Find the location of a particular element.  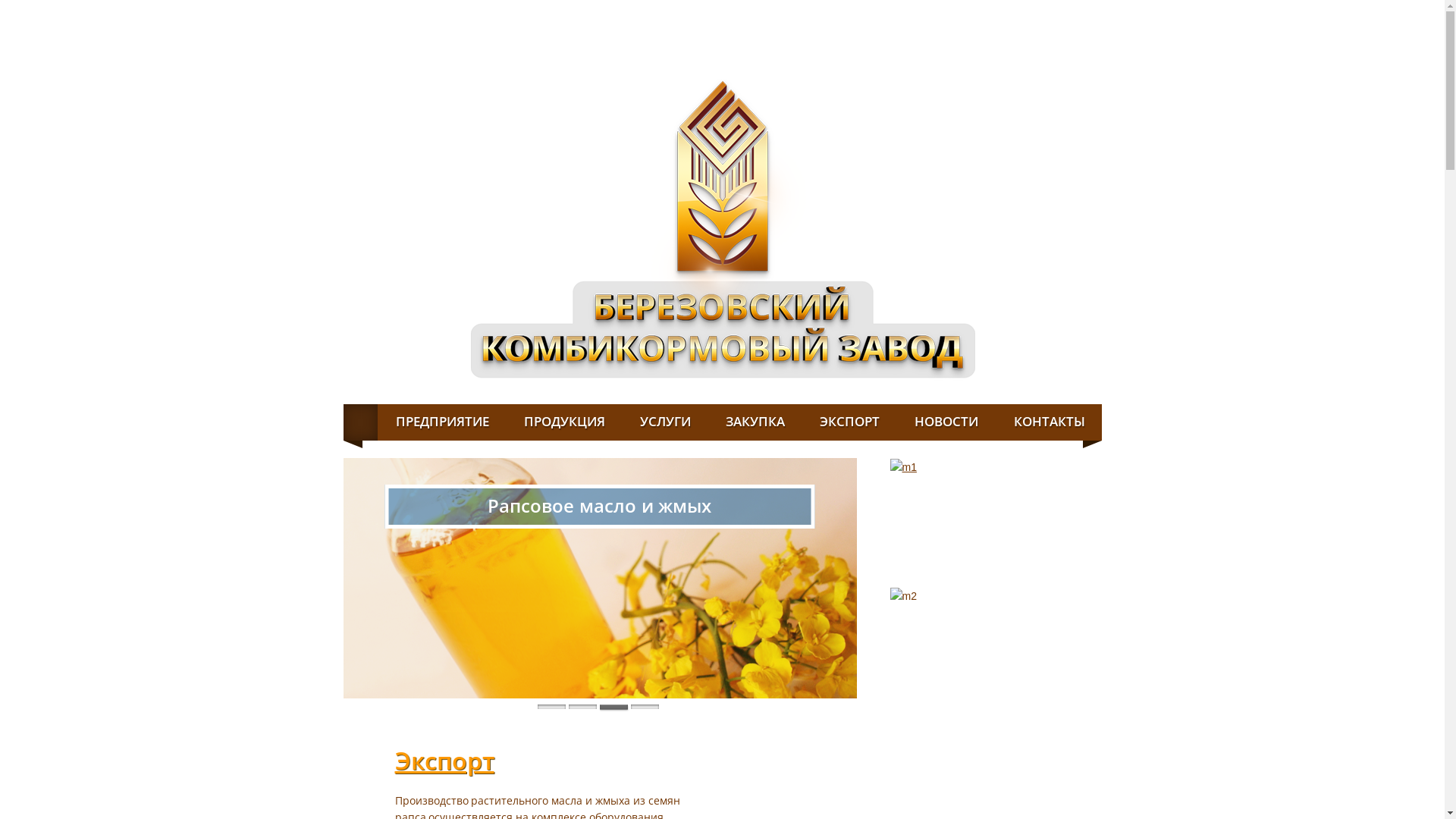

'ENG' is located at coordinates (1070, 11).